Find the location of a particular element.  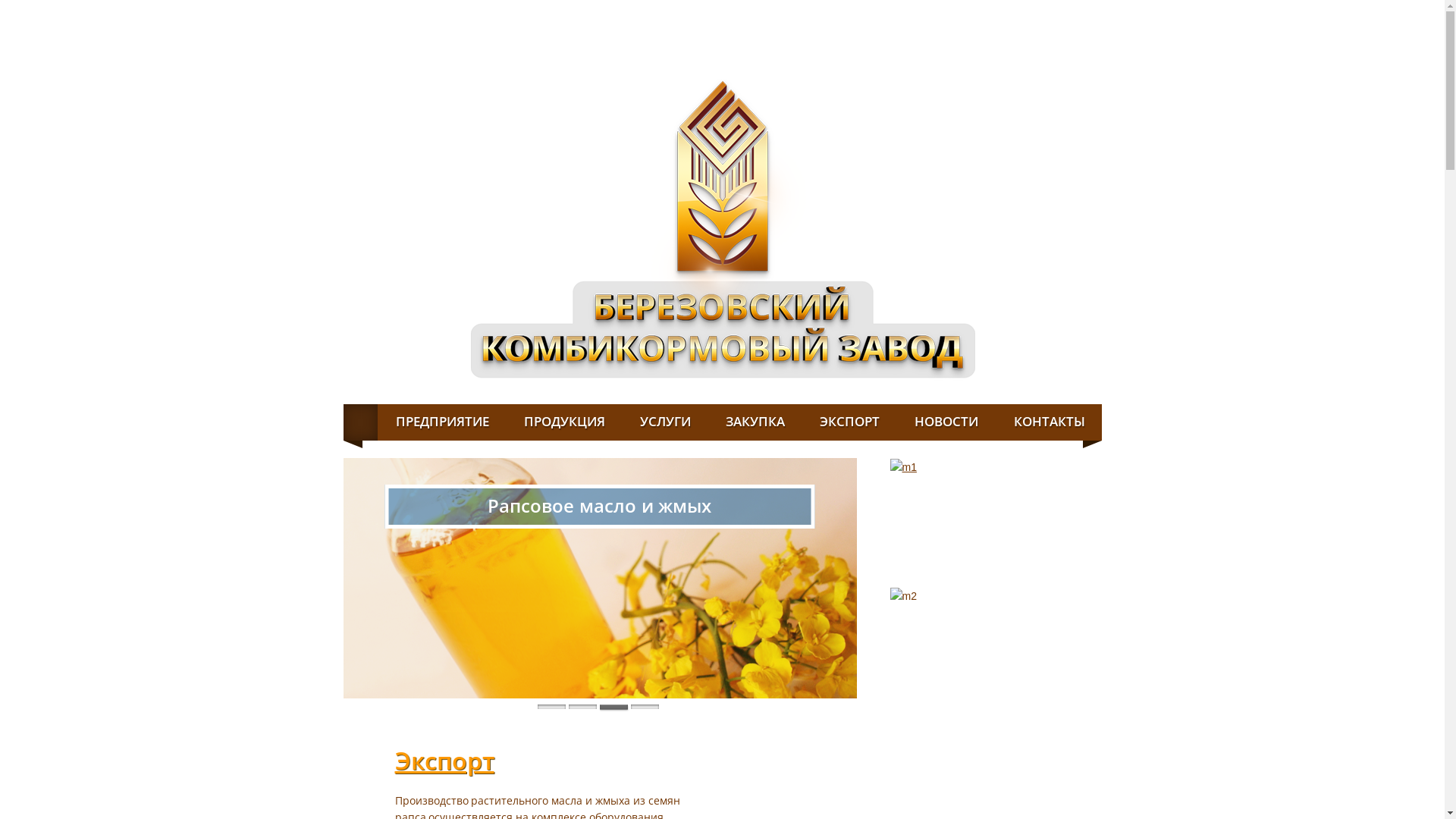

'ENG' is located at coordinates (1070, 11).